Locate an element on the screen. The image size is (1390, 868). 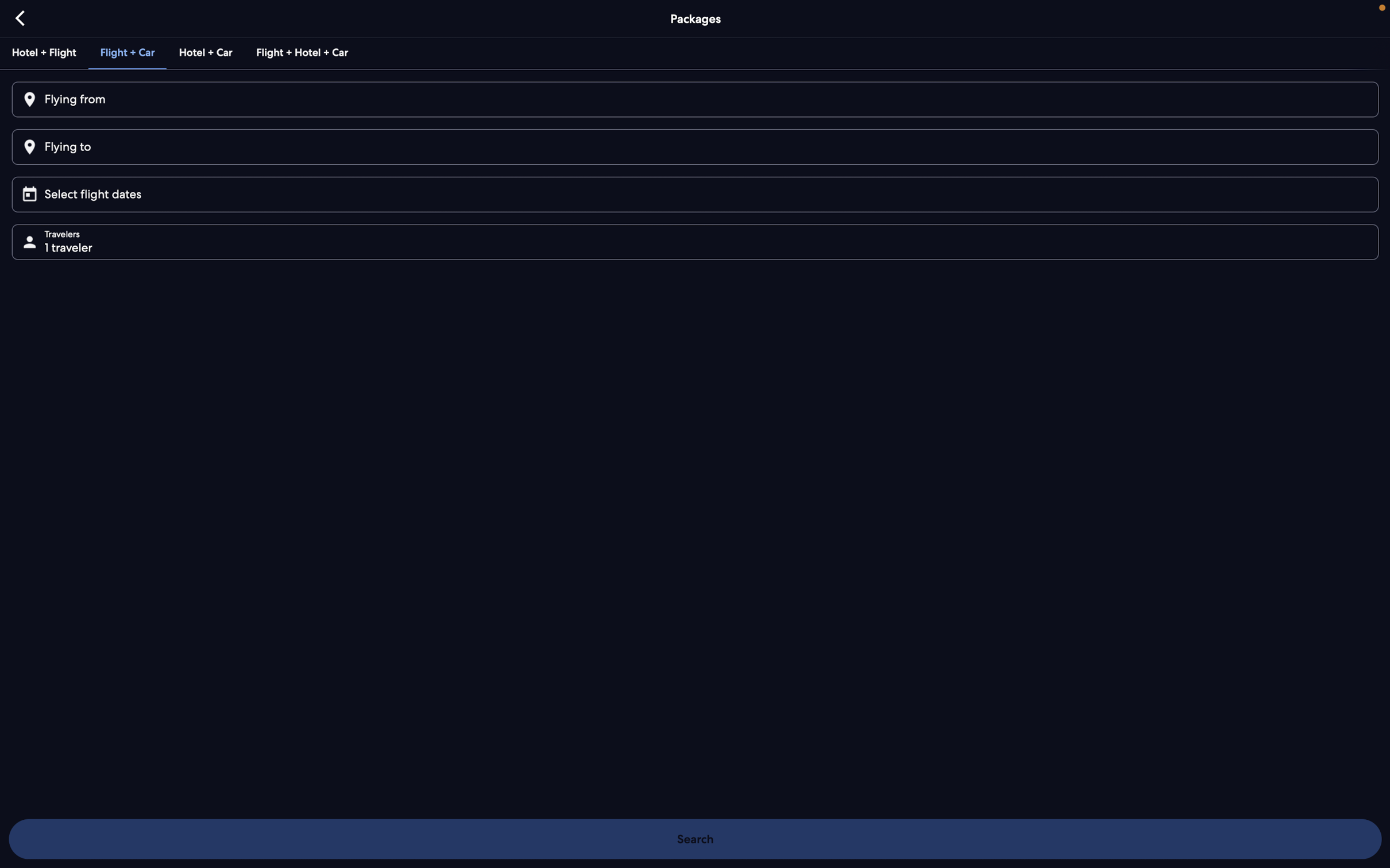
the options to change the number of travellers is located at coordinates (699, 241).